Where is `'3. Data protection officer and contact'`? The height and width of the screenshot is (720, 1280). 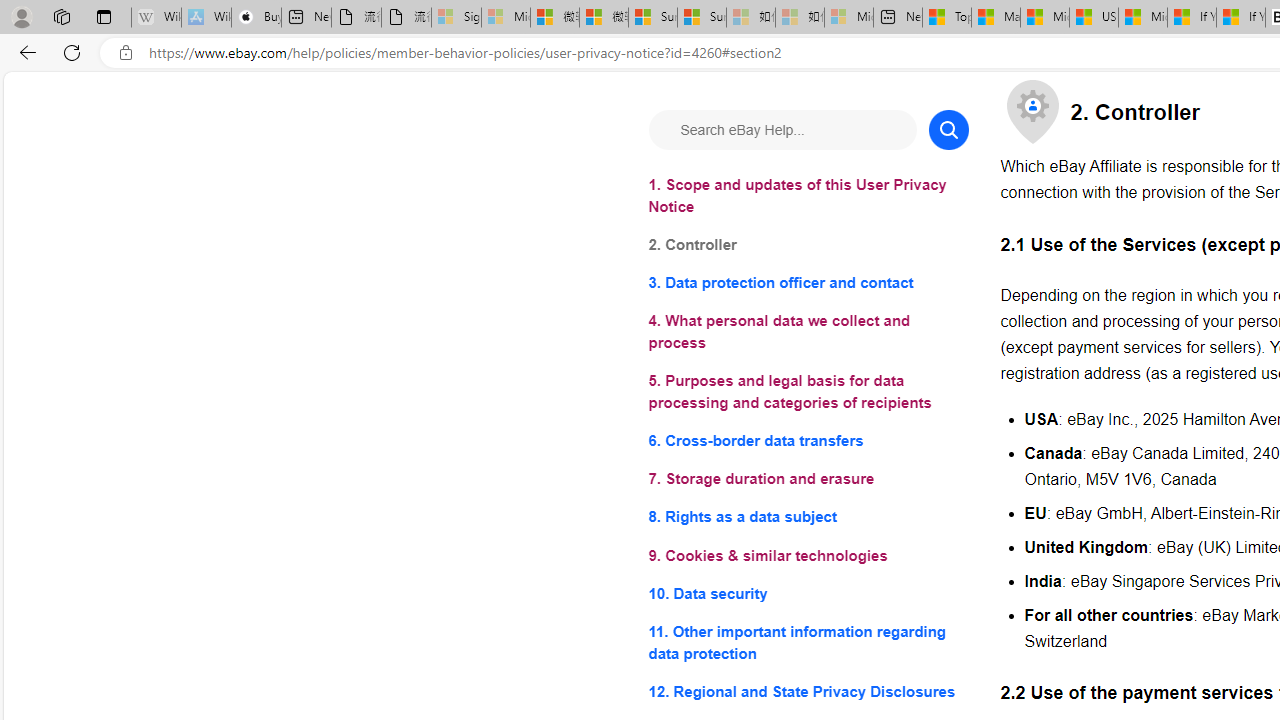
'3. Data protection officer and contact' is located at coordinates (808, 283).